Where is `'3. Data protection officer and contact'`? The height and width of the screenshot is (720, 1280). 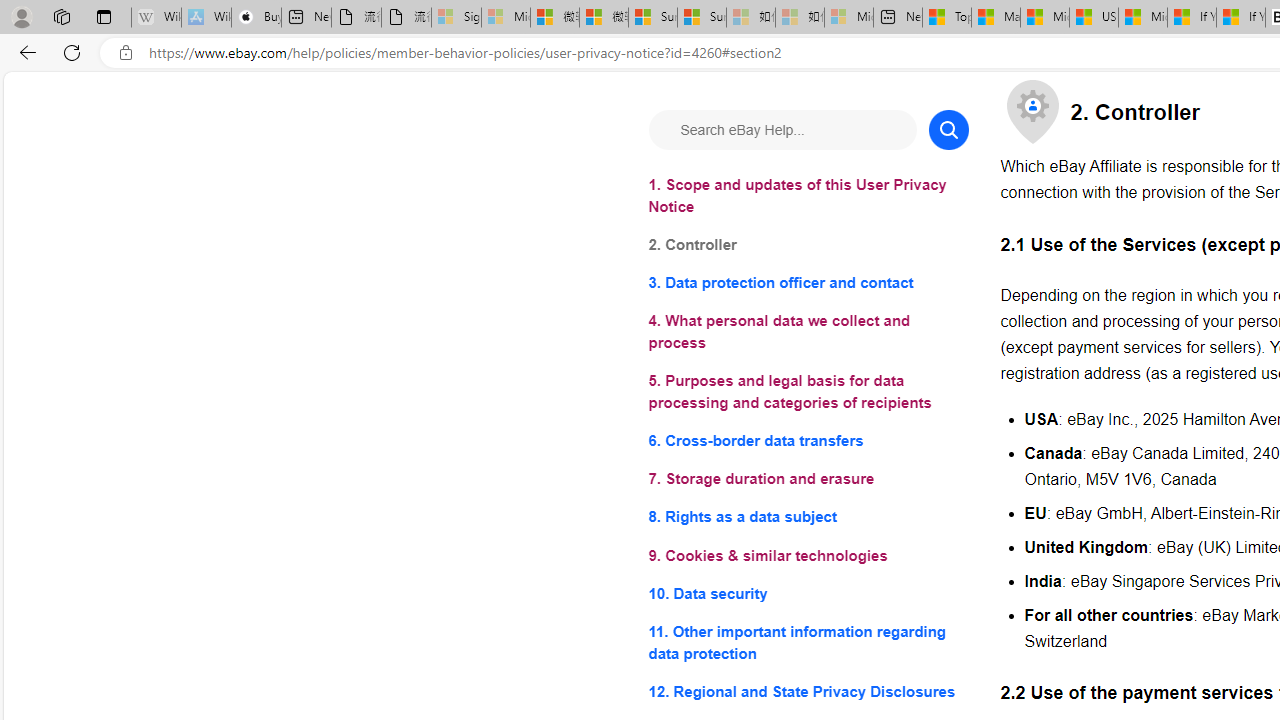
'3. Data protection officer and contact' is located at coordinates (808, 283).